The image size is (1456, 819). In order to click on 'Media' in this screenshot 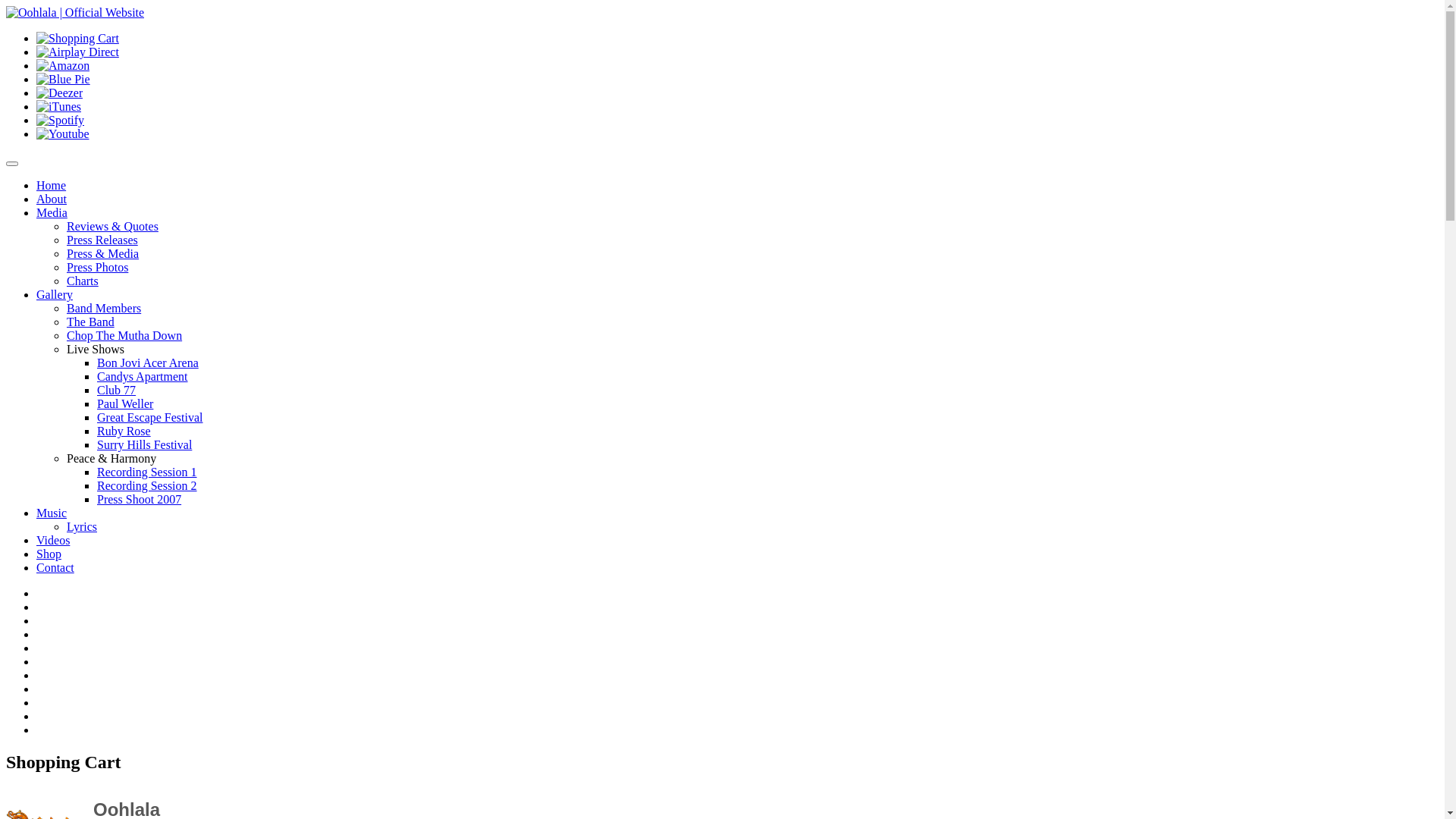, I will do `click(52, 212)`.